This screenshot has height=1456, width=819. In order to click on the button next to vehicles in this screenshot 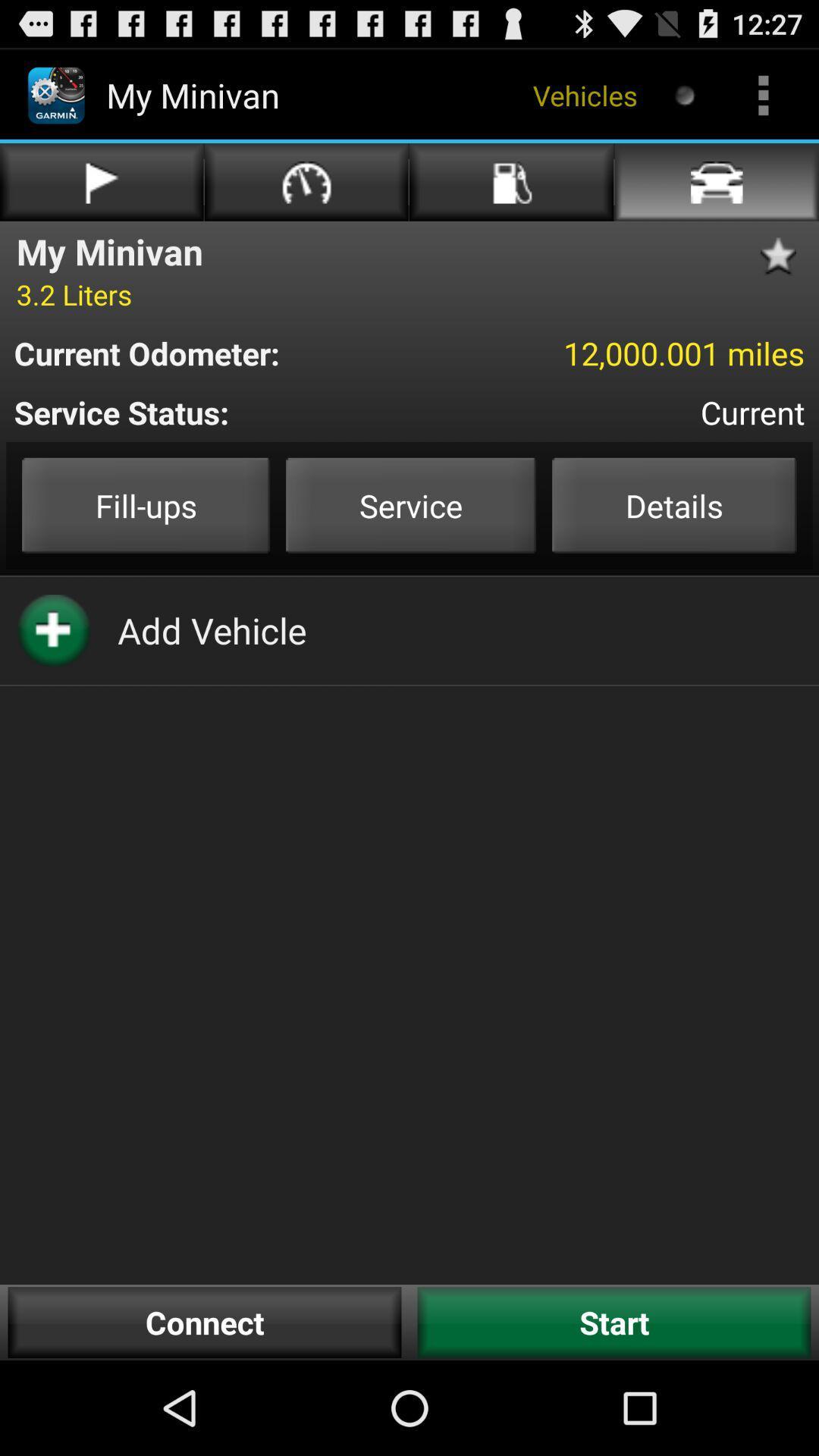, I will do `click(685, 94)`.